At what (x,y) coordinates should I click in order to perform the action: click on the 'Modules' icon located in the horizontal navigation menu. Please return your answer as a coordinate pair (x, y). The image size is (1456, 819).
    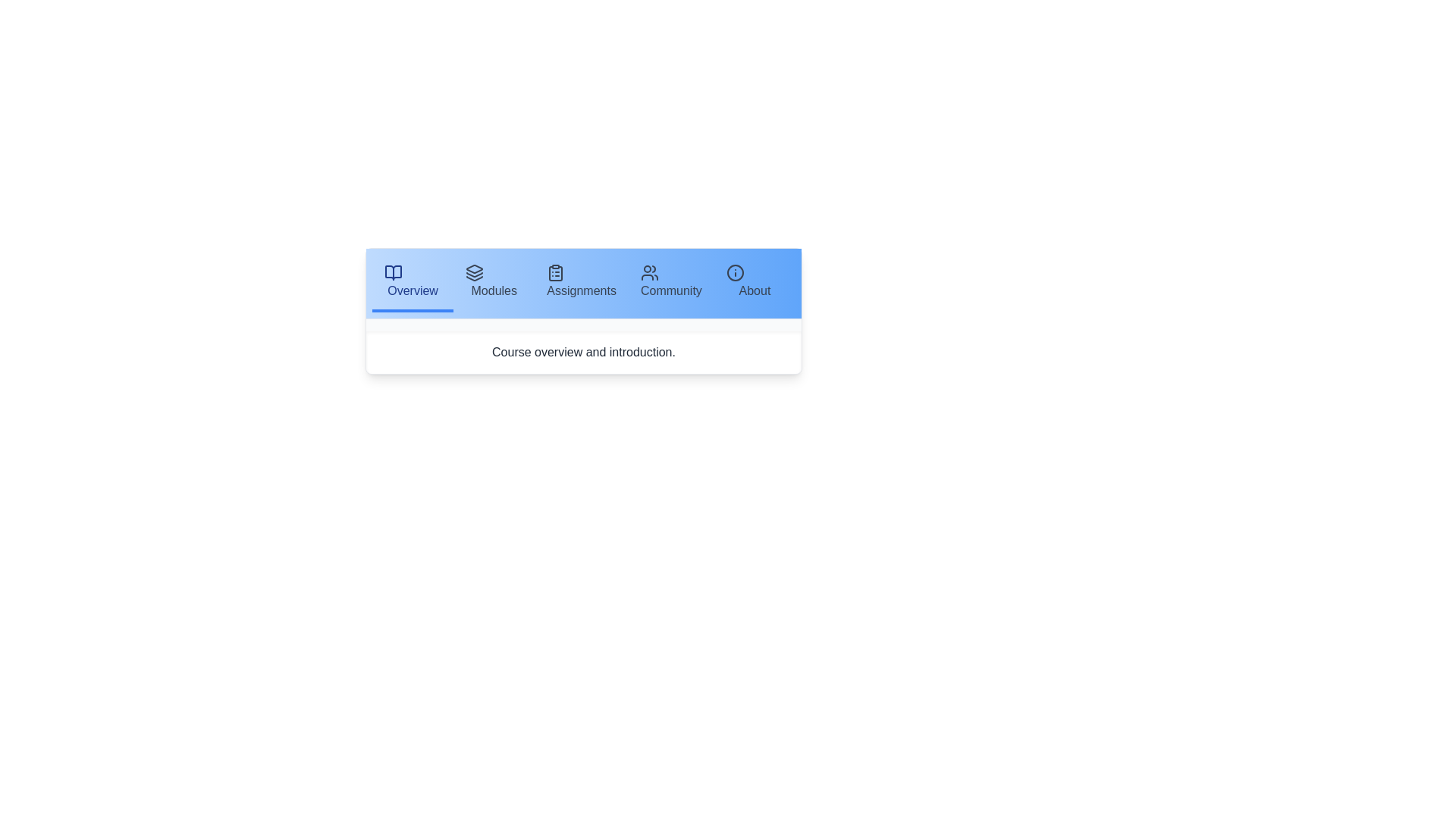
    Looking at the image, I should click on (474, 271).